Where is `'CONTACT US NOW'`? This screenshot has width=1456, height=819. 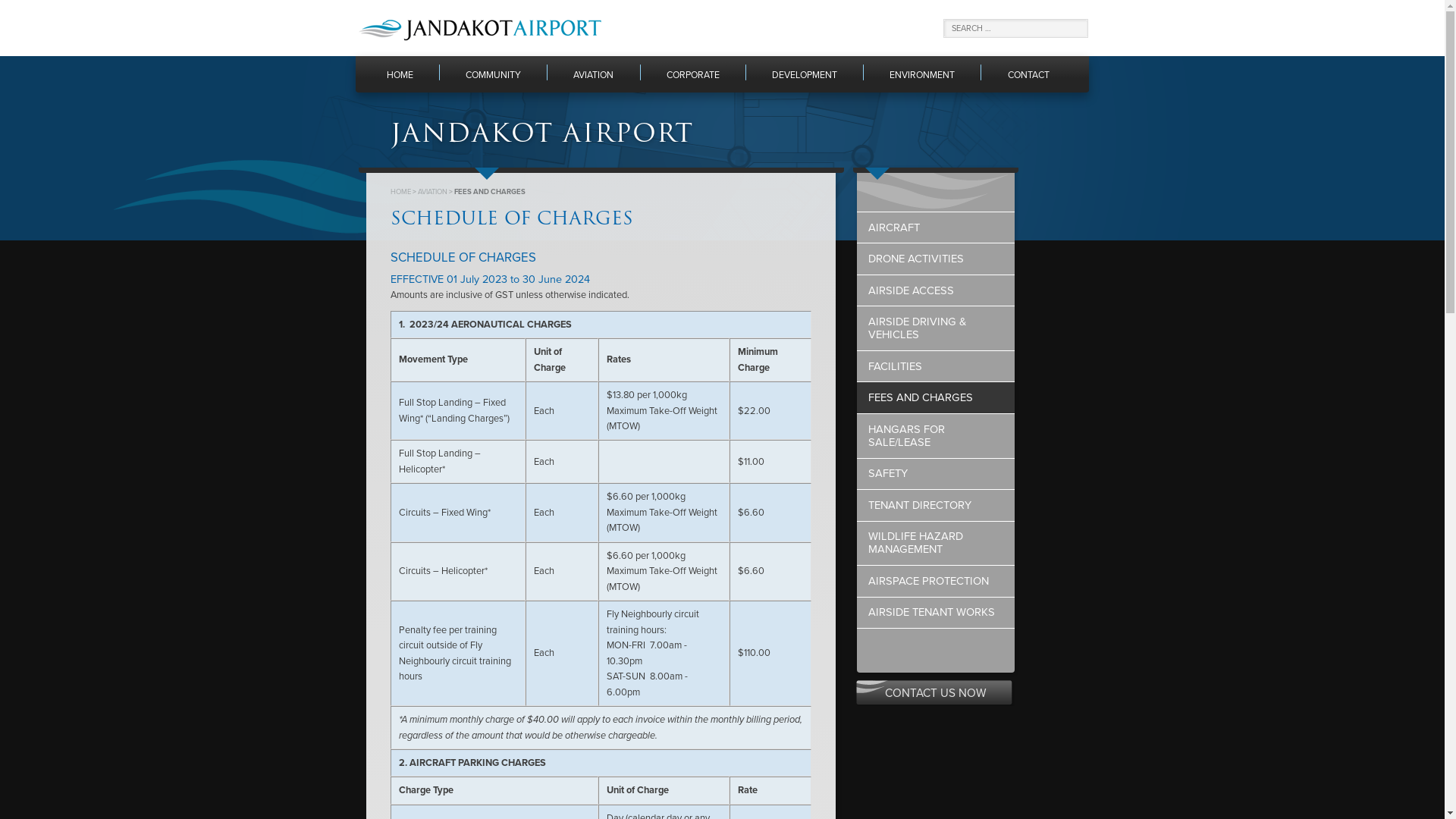 'CONTACT US NOW' is located at coordinates (934, 693).